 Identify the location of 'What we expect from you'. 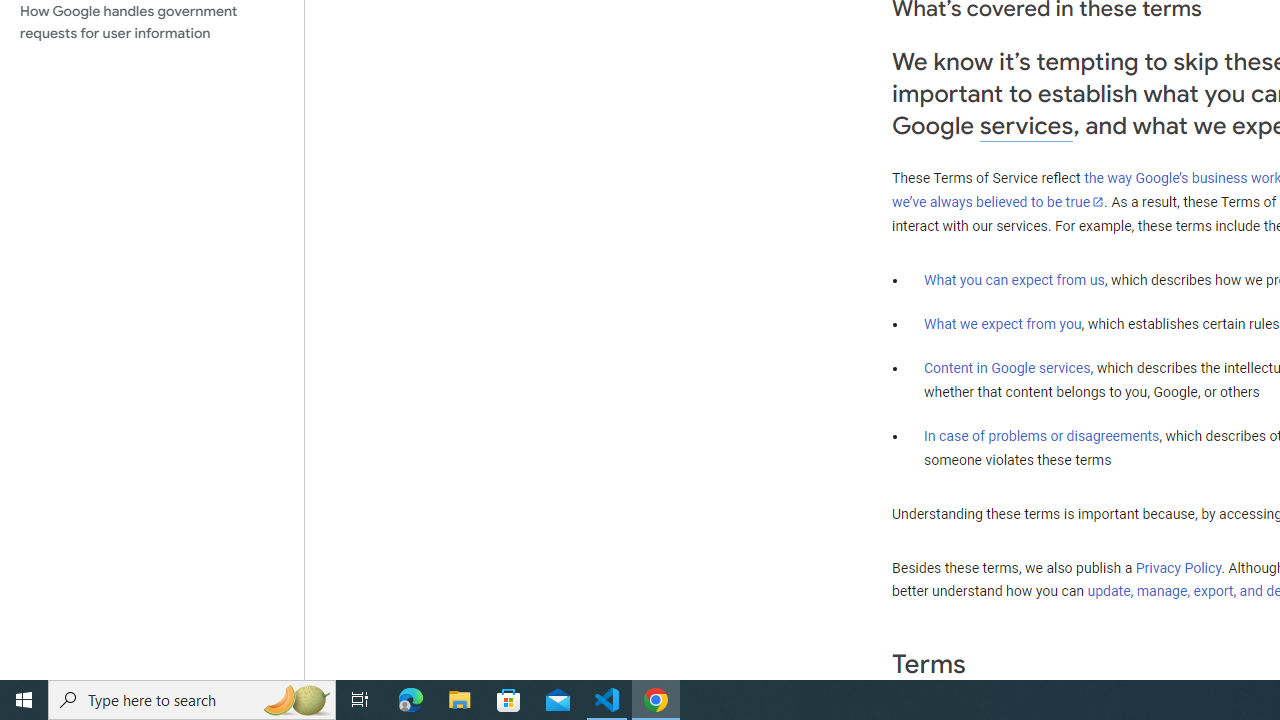
(1002, 323).